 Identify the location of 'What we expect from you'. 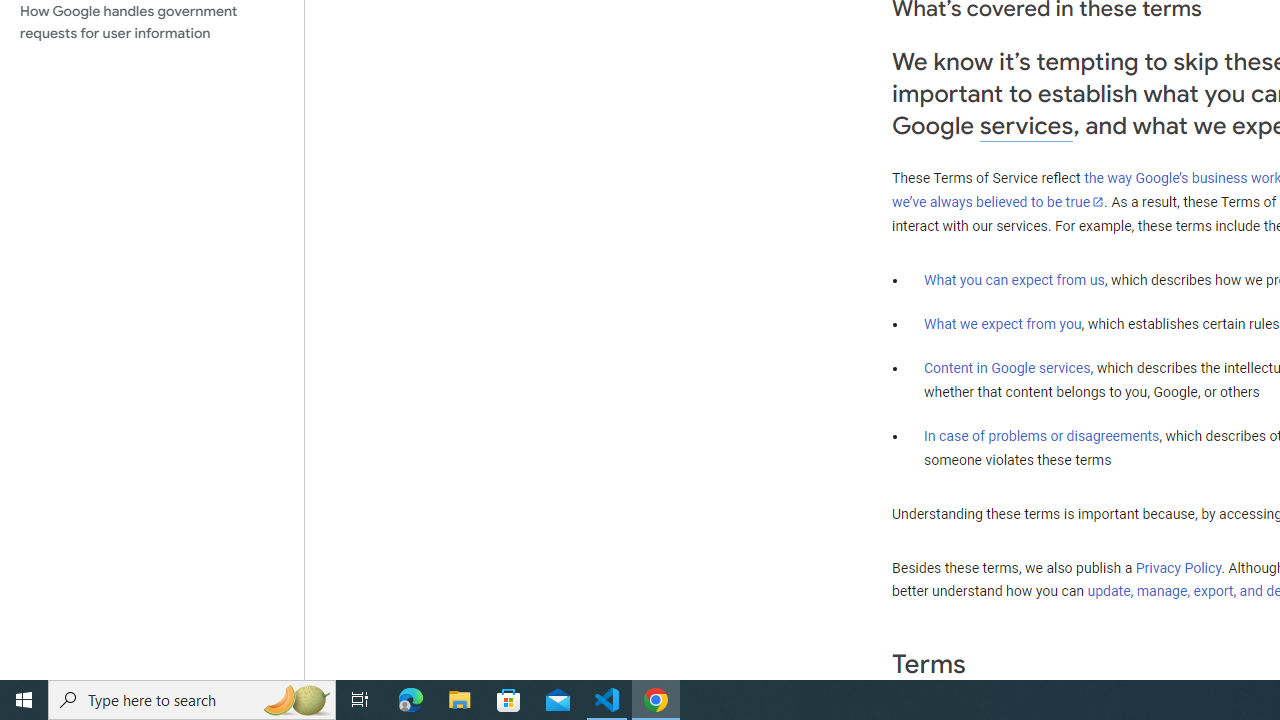
(1002, 323).